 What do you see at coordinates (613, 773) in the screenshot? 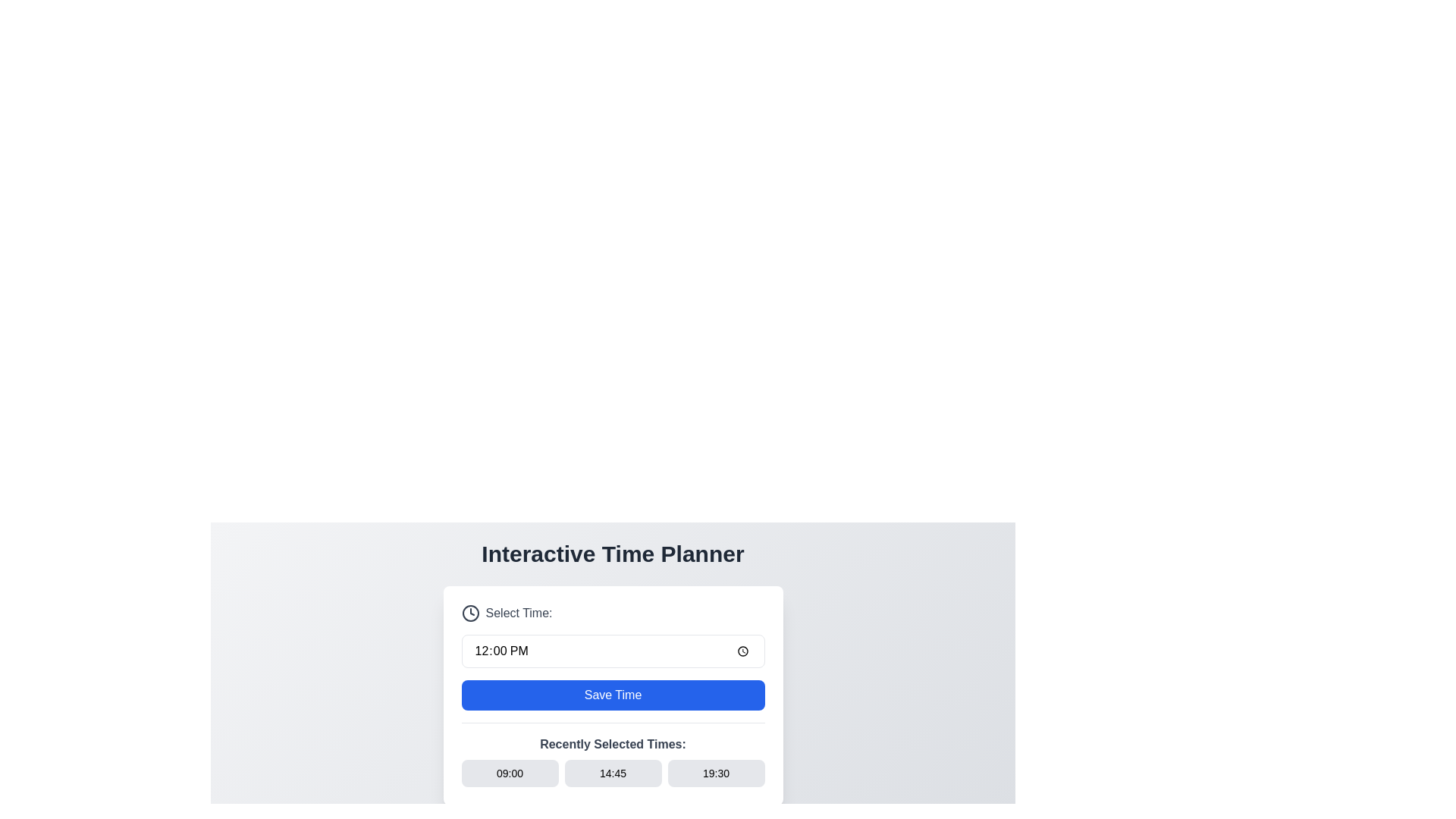
I see `the button displaying the time '14:45' to observe the hover effect, which is located in the row of three buttons under 'Recently Selected Times'` at bounding box center [613, 773].